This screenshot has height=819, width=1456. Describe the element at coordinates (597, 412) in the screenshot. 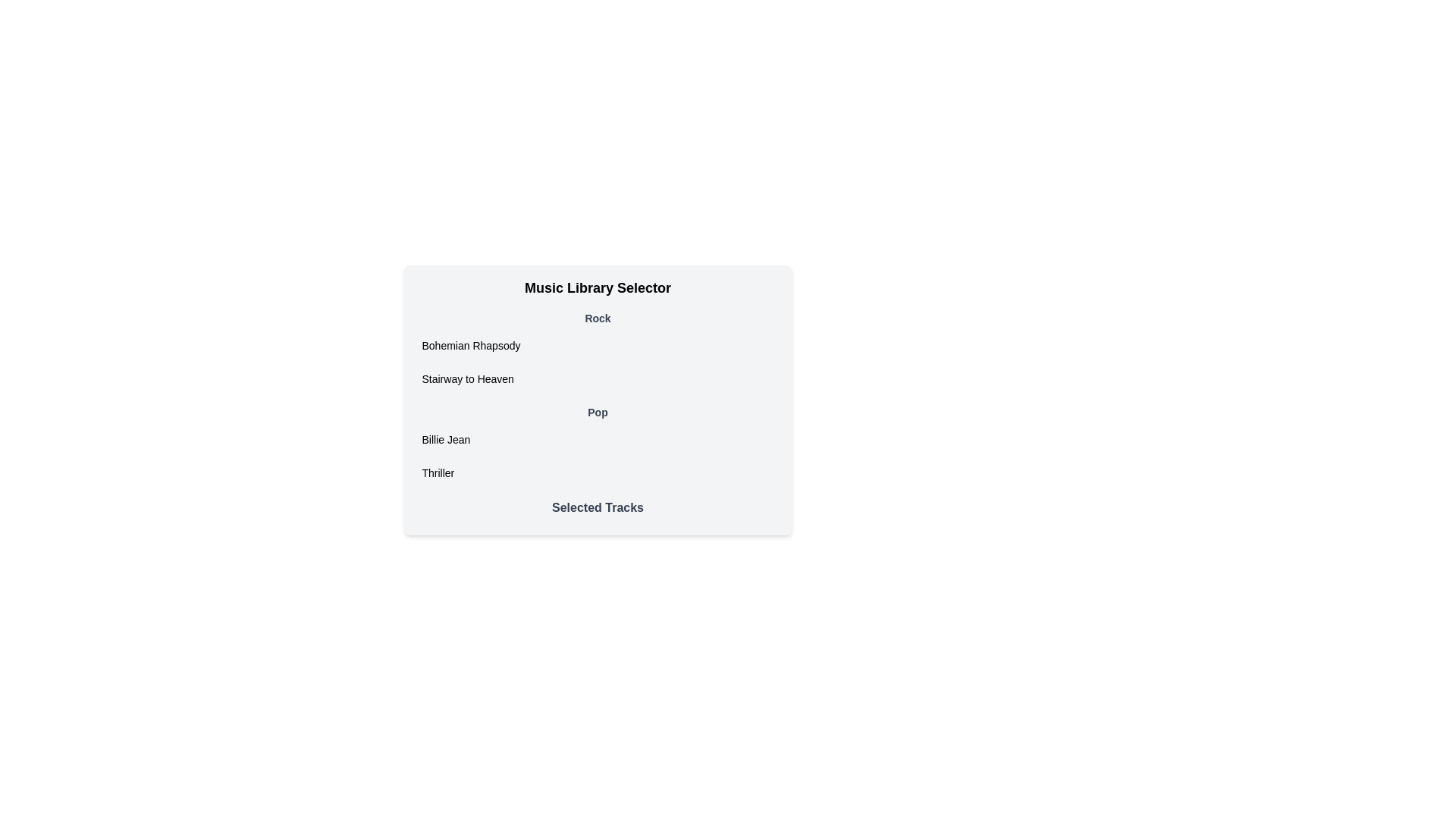

I see `the Text label that categorizes the items below it, indicating the genre of the listed songs, located above 'Billie Jean' and 'Thriller'` at that location.